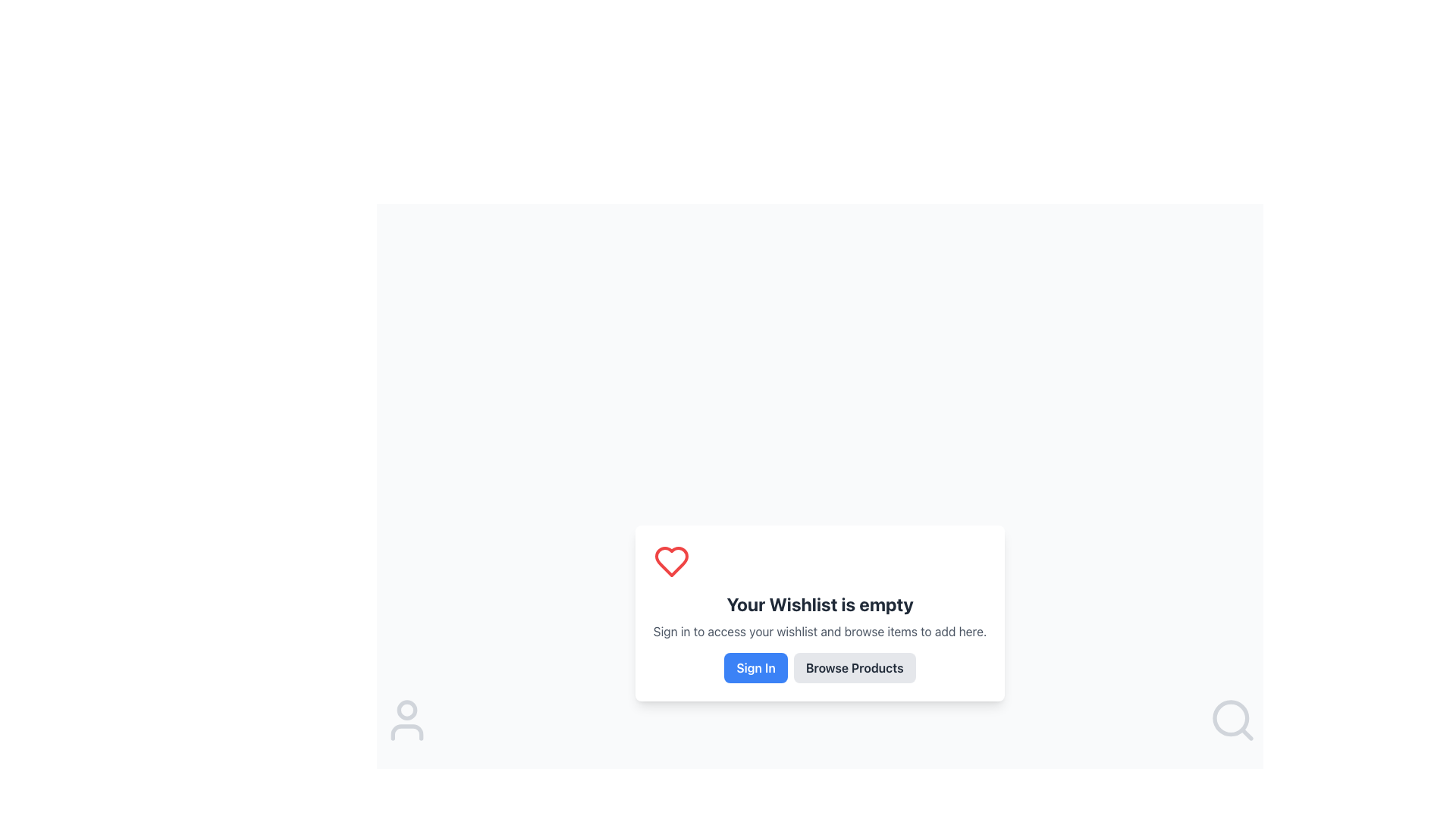 This screenshot has height=819, width=1456. Describe the element at coordinates (756, 667) in the screenshot. I see `the 'Sign In' button, which is a rectangular button with rounded corners, blue background, and white text, located at the bottom center of a card element` at that location.